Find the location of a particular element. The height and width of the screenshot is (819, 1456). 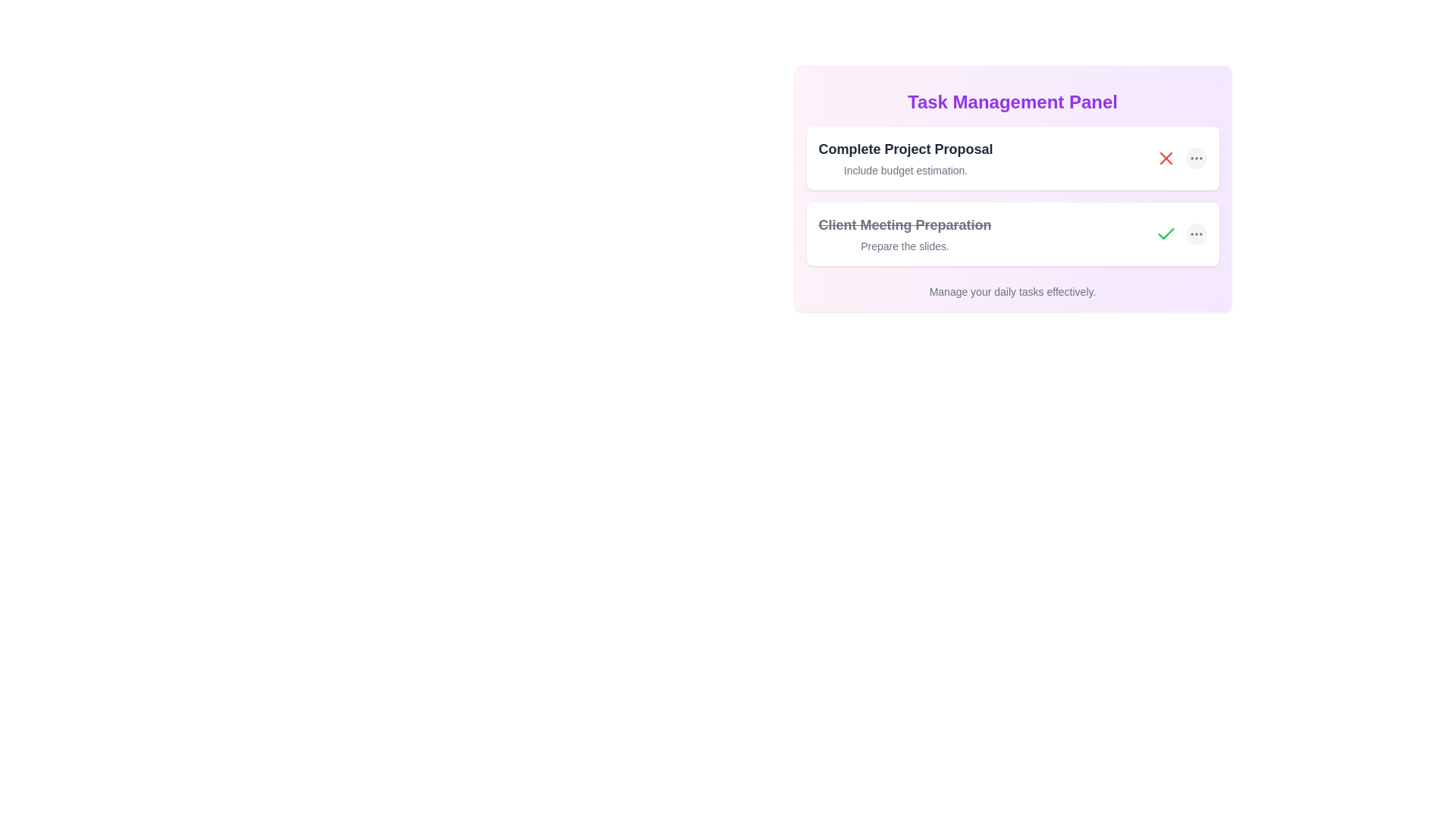

title and subtitle text block located at the top of the first task card in the 'Task Management Panel', which precedes the 'Client Meeting Preparation' card is located at coordinates (905, 158).